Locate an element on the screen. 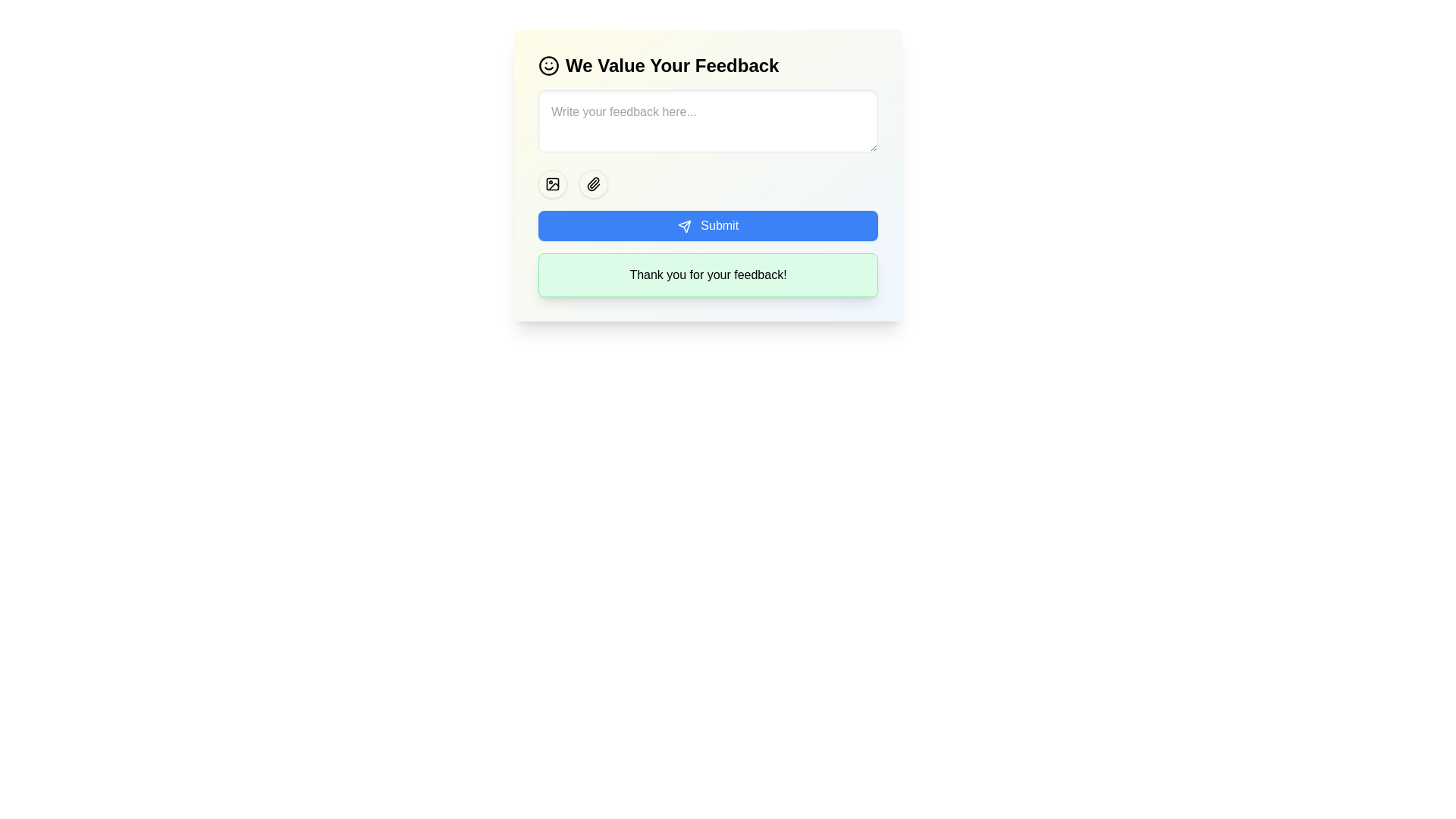 This screenshot has height=819, width=1456. the attachment button on the toolbar located below the feedback input area is located at coordinates (708, 184).